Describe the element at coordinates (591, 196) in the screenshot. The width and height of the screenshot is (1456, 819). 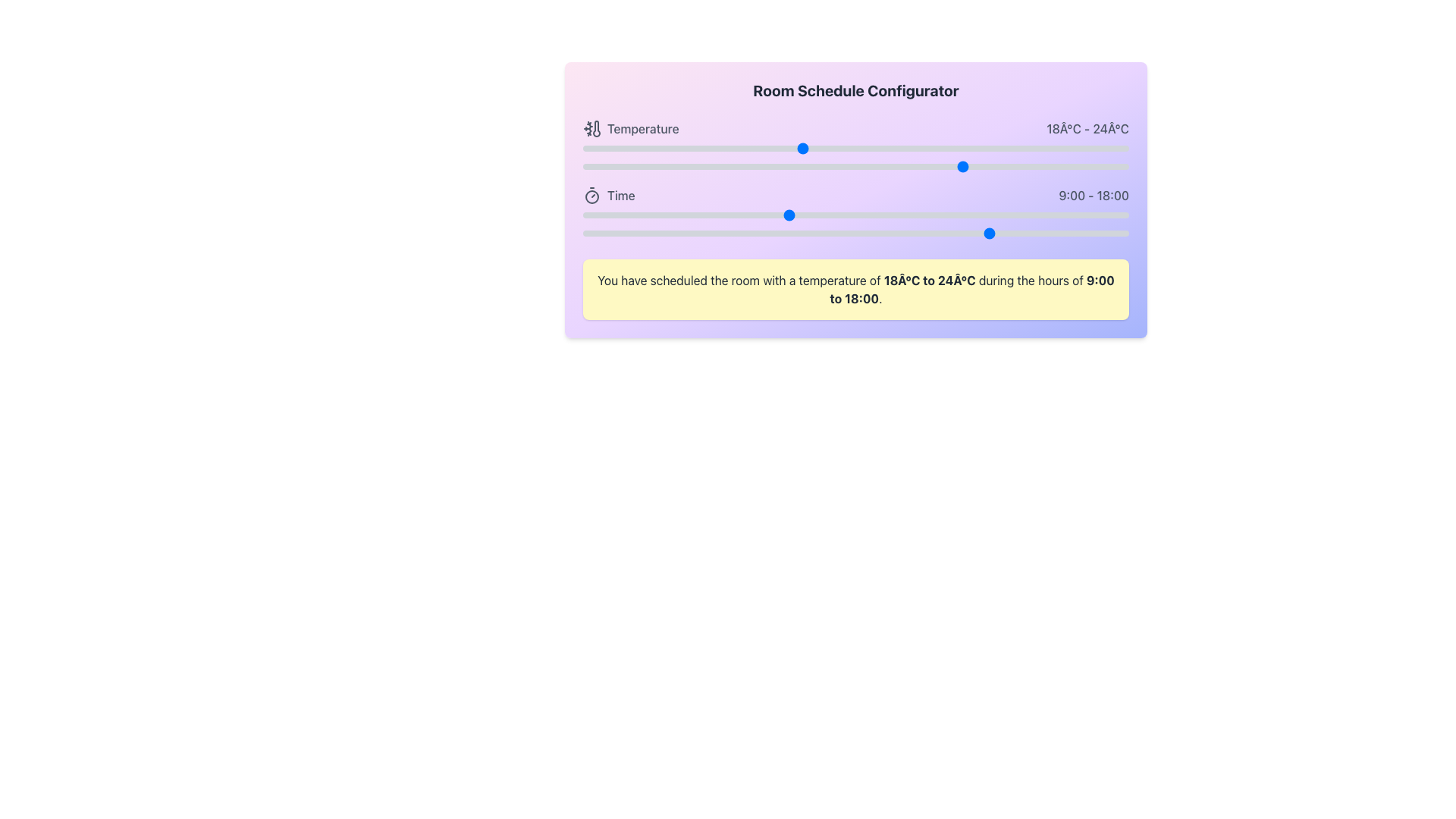
I see `the circular shape of the stopwatch icon located to the left of the 'Time' label in the configuration interface` at that location.